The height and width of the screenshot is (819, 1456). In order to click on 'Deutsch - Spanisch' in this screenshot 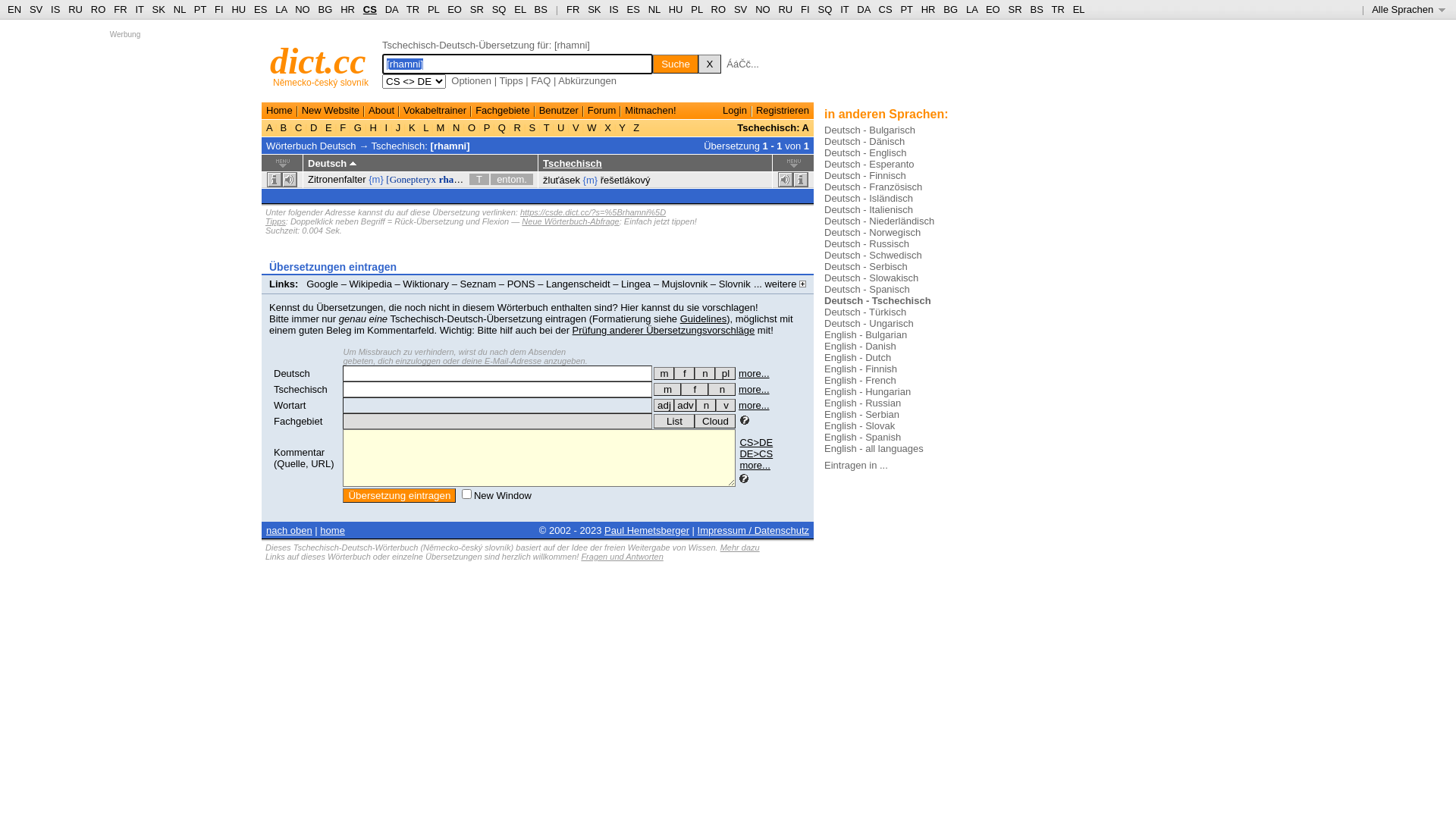, I will do `click(867, 289)`.